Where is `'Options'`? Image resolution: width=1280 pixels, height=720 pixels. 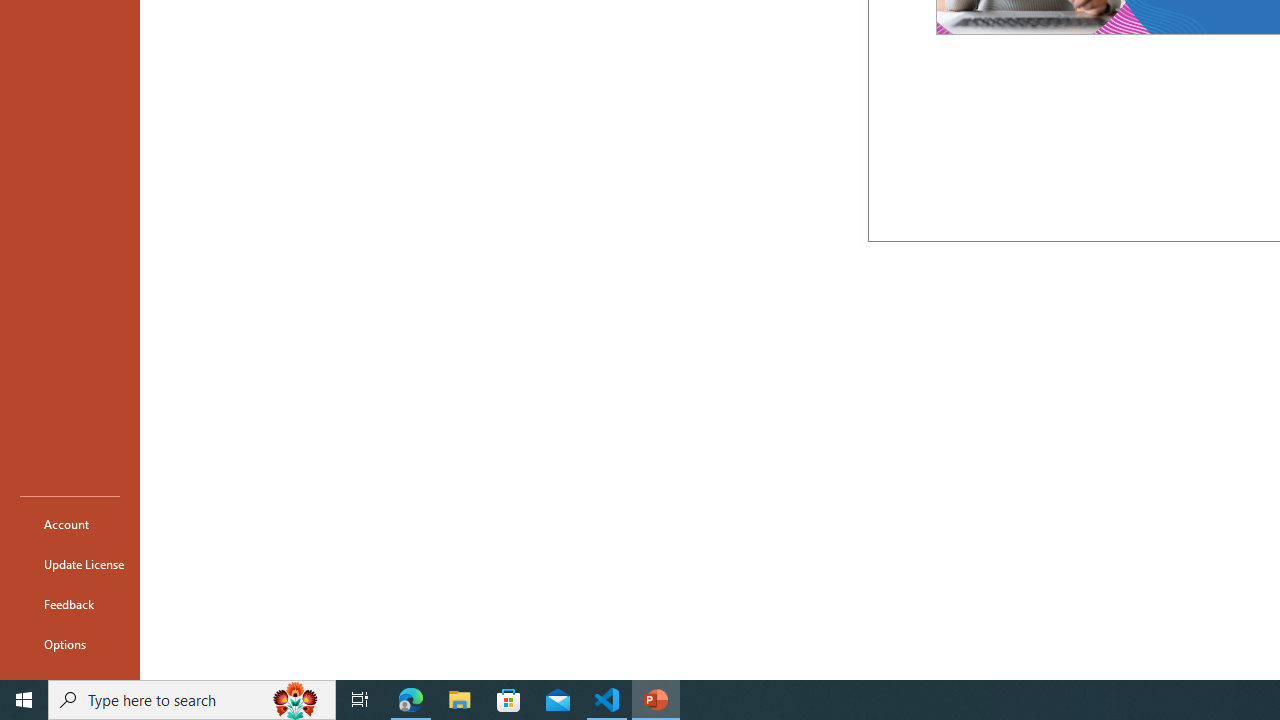
'Options' is located at coordinates (69, 644).